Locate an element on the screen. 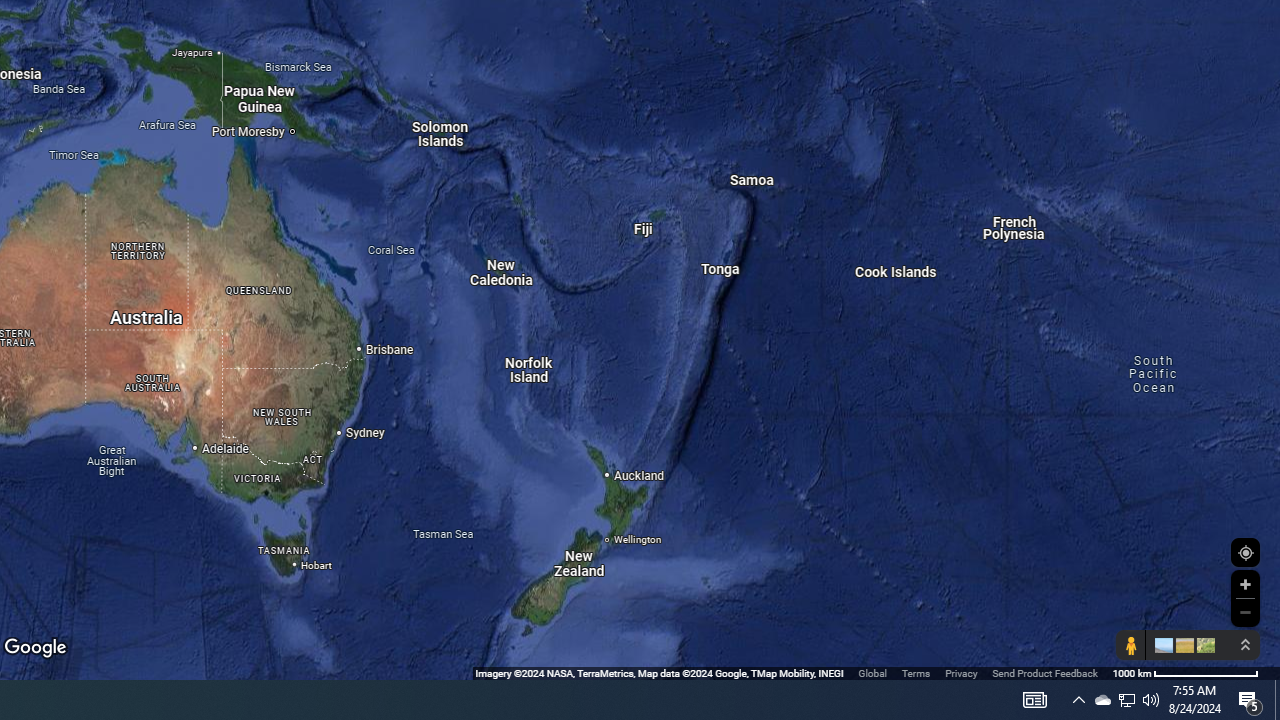 The height and width of the screenshot is (720, 1280). '1000 km' is located at coordinates (1185, 673).